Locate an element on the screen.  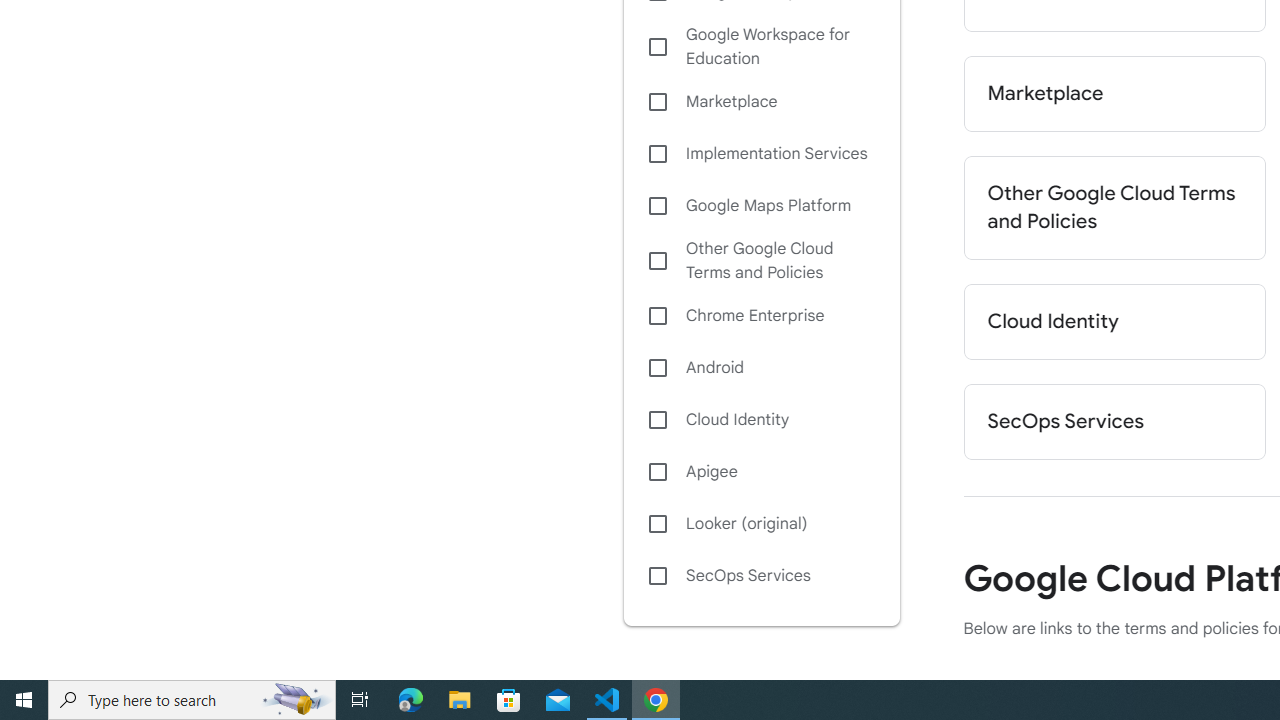
'Google Maps Platform' is located at coordinates (760, 205).